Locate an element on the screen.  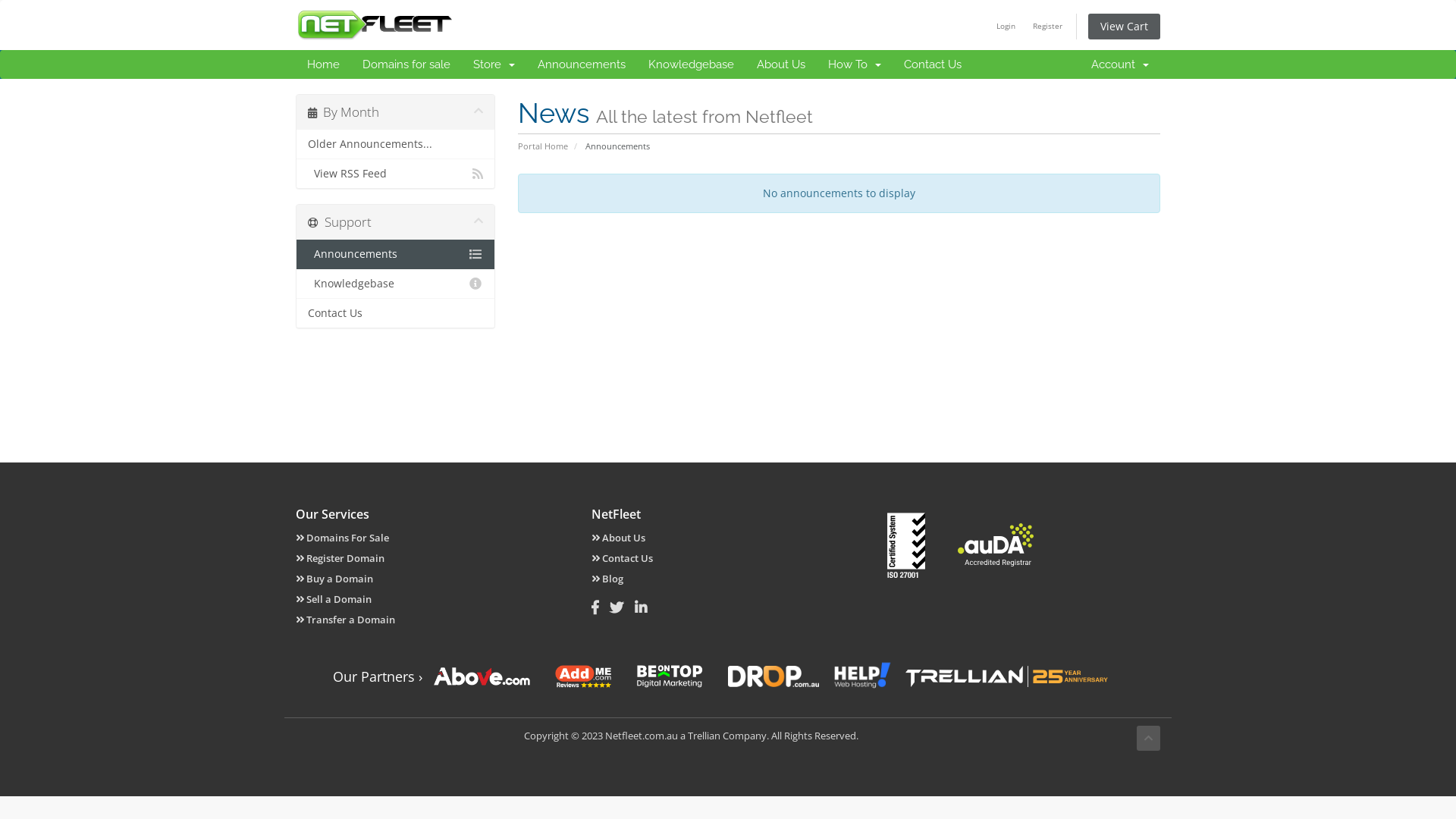
'auDa Accredited Registrar' is located at coordinates (996, 544).